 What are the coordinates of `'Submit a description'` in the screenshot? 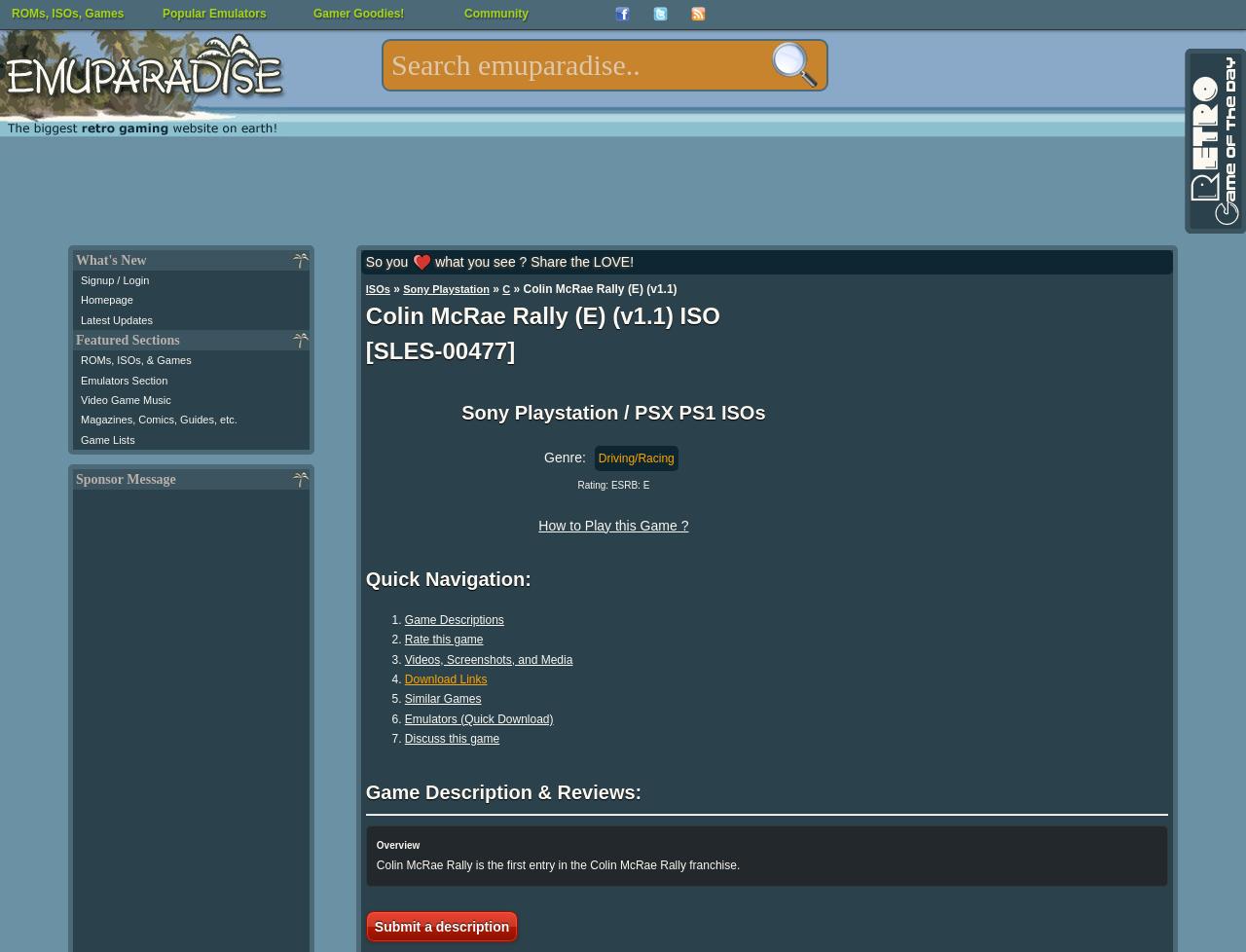 It's located at (440, 925).